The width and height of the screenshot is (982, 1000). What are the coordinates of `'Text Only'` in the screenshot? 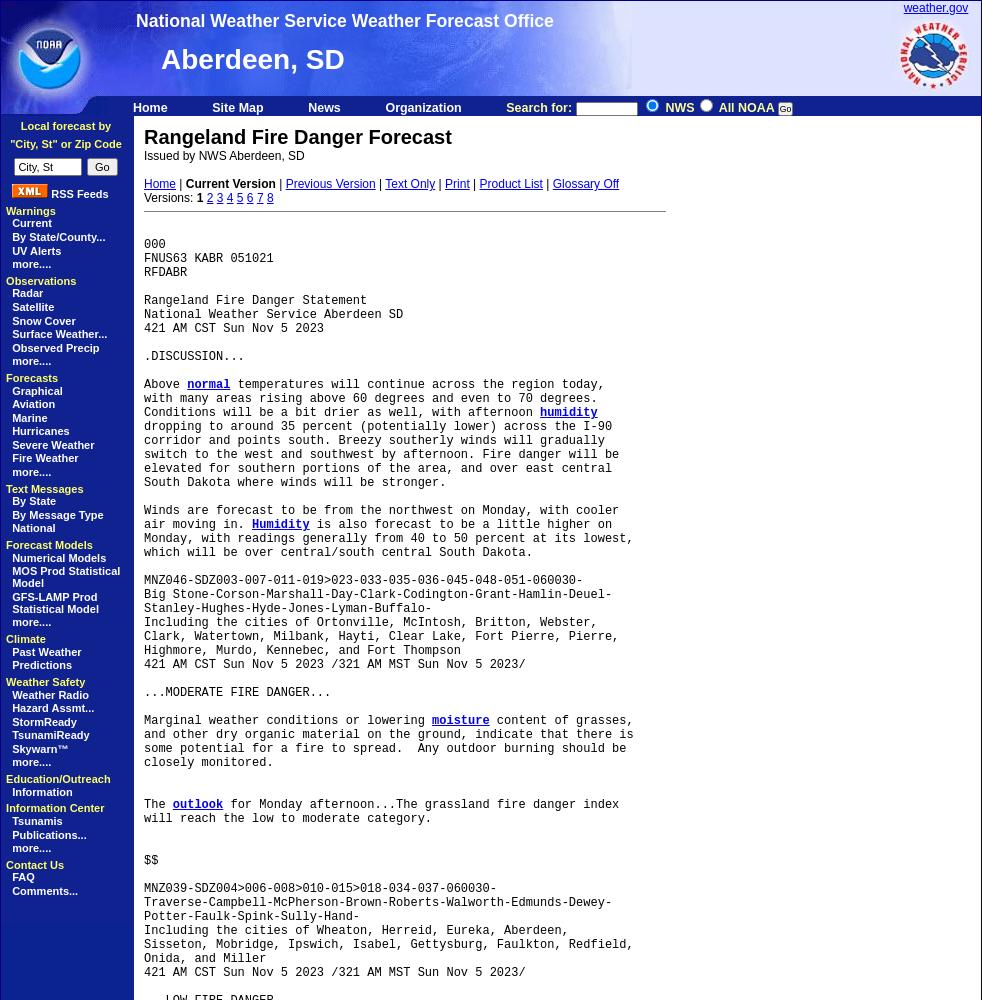 It's located at (385, 184).